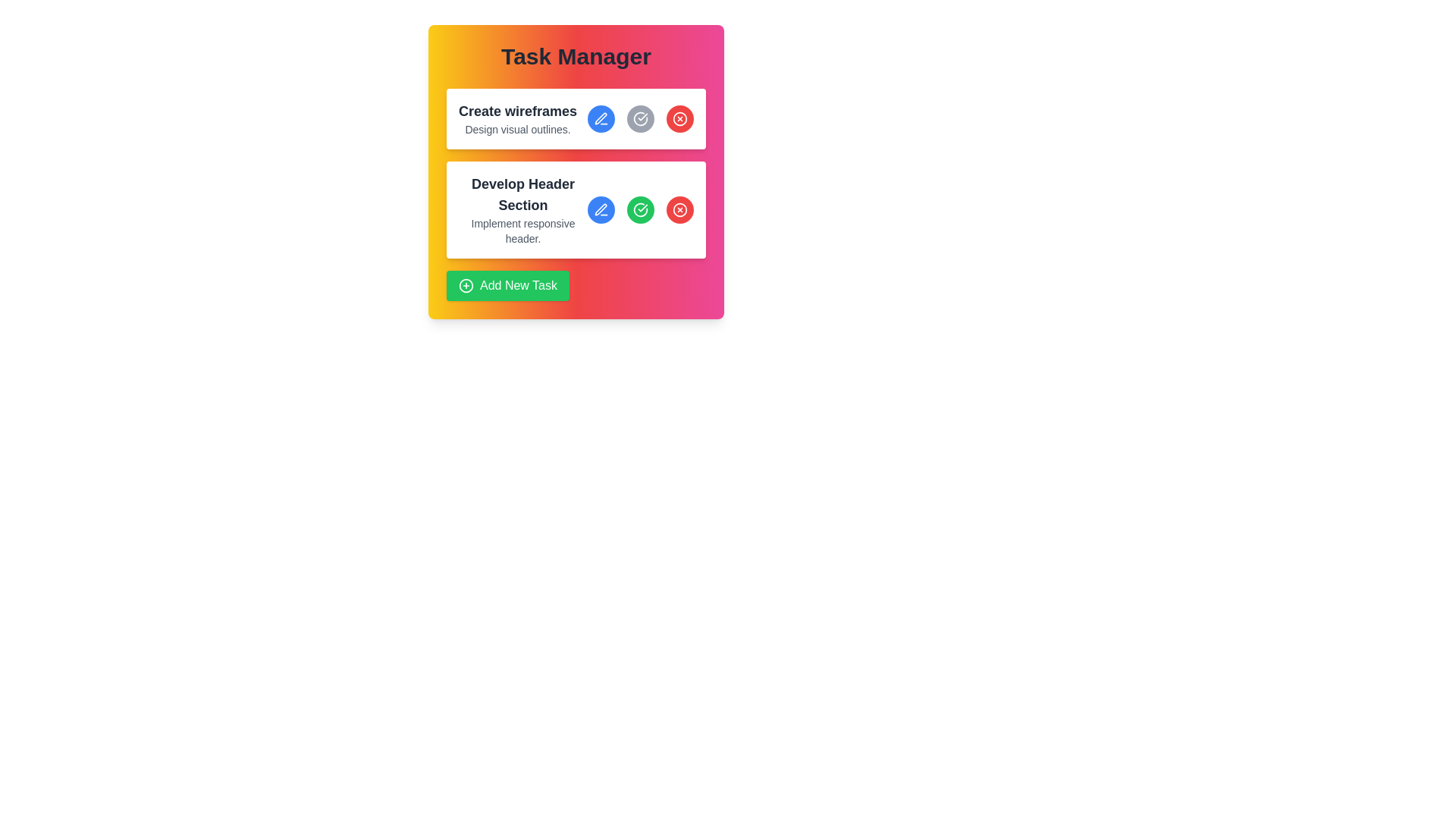 The image size is (1456, 819). Describe the element at coordinates (600, 210) in the screenshot. I see `the pen icon located in the second task card titled 'Develop Header Section' to initiate editing the task details` at that location.